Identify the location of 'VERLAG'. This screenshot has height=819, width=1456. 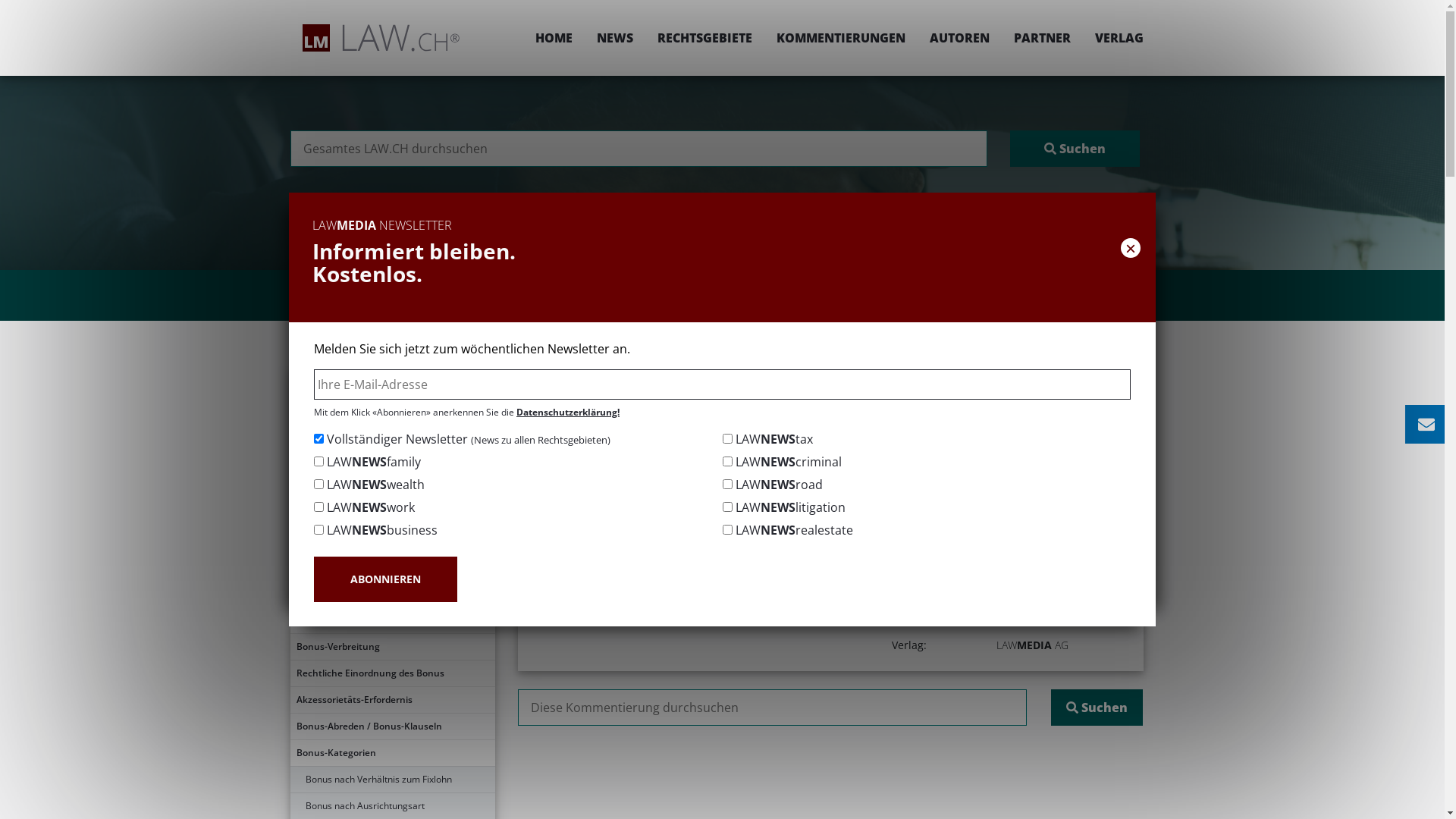
(1113, 37).